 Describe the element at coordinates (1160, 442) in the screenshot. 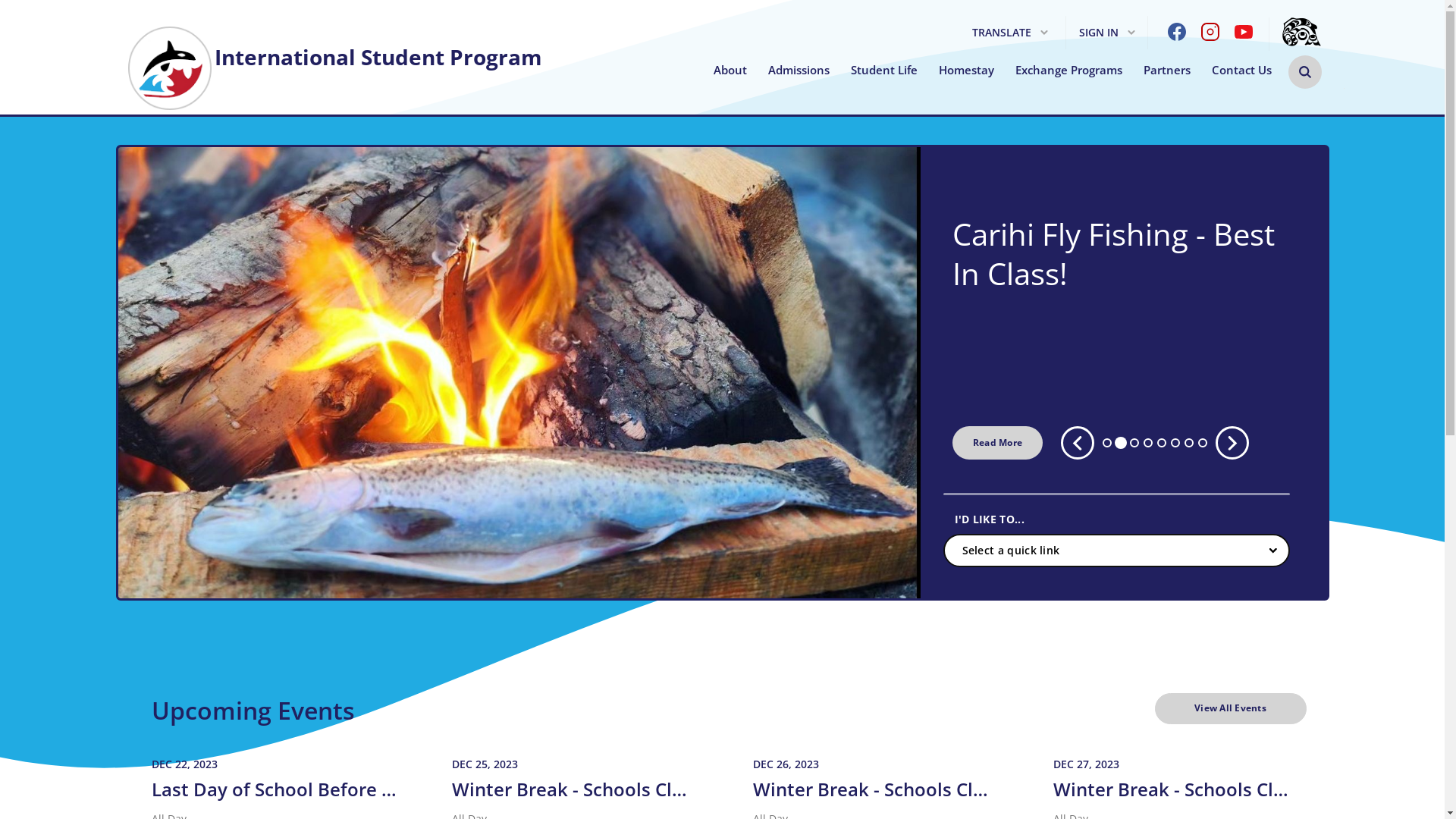

I see `'5'` at that location.